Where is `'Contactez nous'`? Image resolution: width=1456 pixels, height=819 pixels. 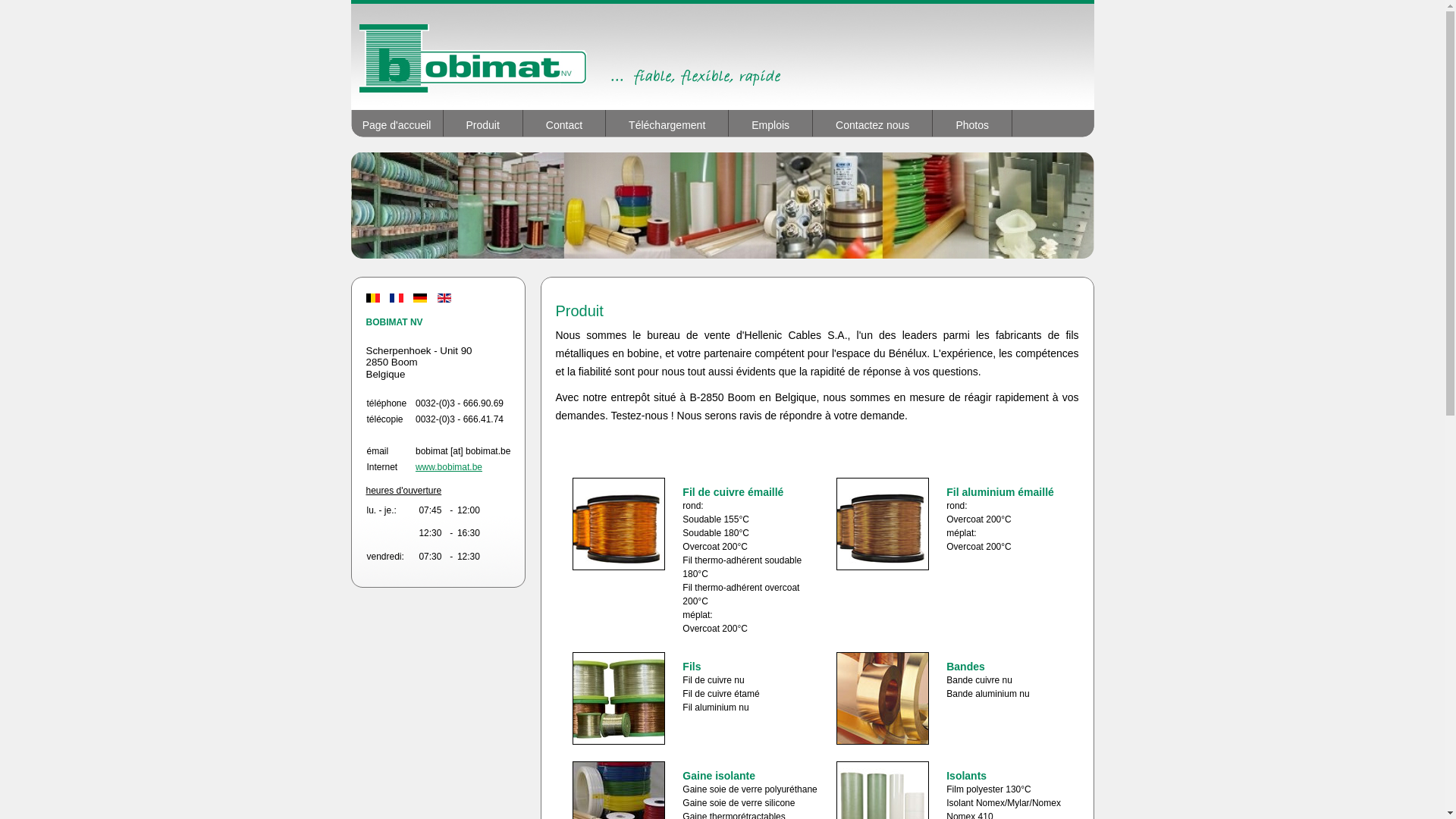
'Contactez nous' is located at coordinates (873, 122).